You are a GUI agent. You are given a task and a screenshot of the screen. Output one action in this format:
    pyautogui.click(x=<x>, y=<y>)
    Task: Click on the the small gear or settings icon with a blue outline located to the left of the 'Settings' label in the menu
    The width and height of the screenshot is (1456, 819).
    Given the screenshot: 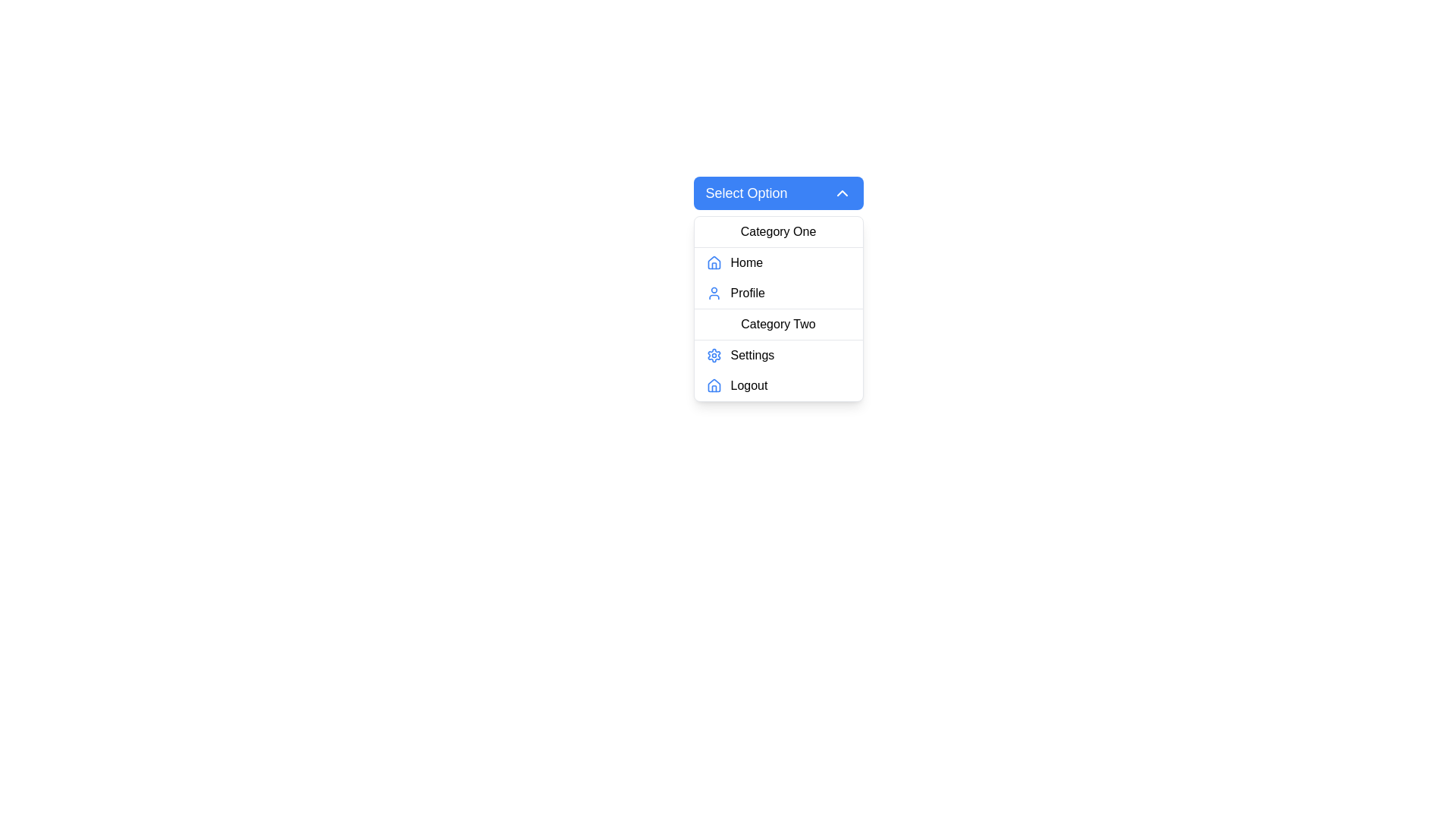 What is the action you would take?
    pyautogui.click(x=713, y=356)
    